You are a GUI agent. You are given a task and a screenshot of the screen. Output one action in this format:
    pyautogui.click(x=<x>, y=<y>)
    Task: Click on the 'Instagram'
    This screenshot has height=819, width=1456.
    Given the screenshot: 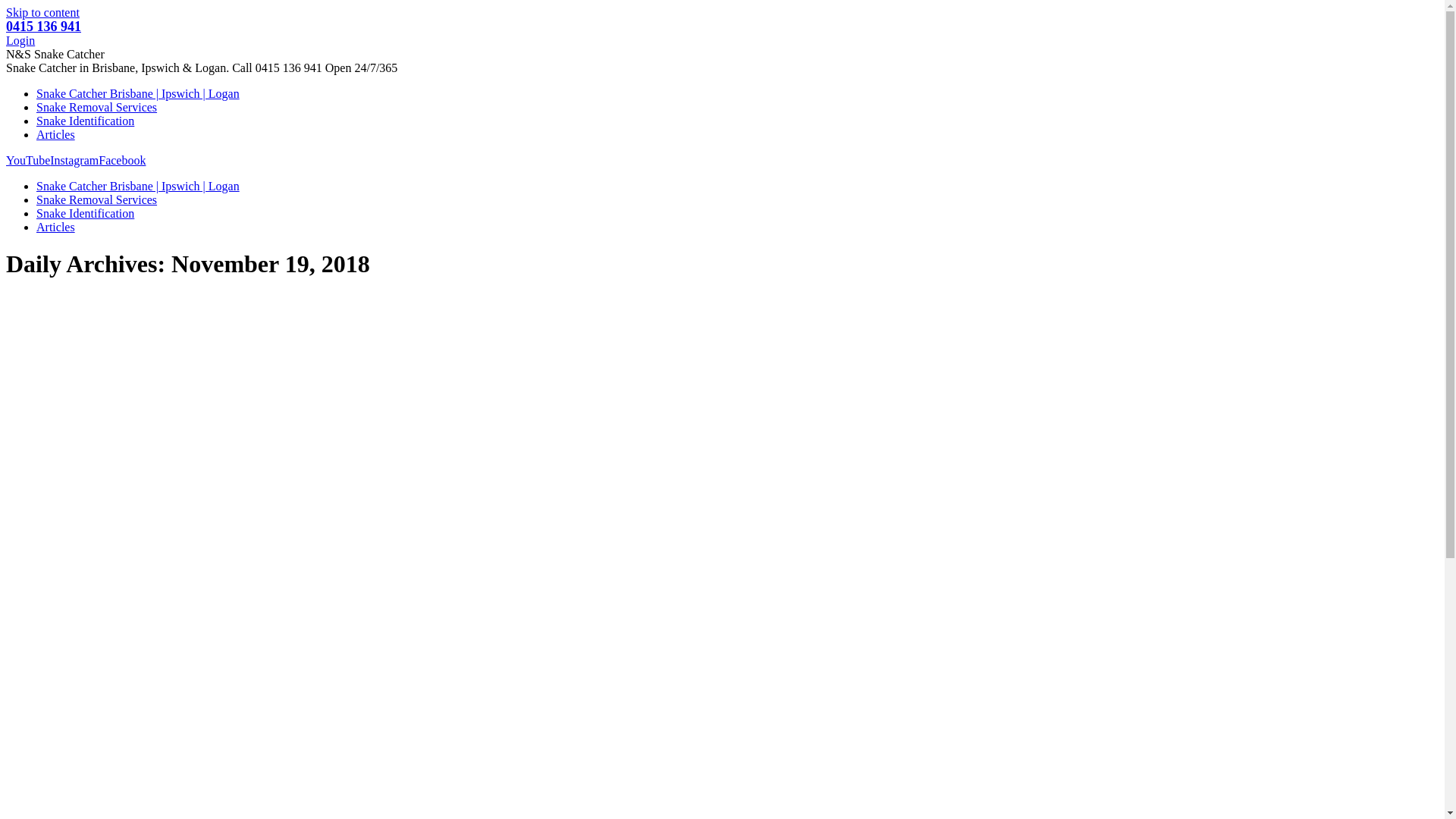 What is the action you would take?
    pyautogui.click(x=50, y=160)
    